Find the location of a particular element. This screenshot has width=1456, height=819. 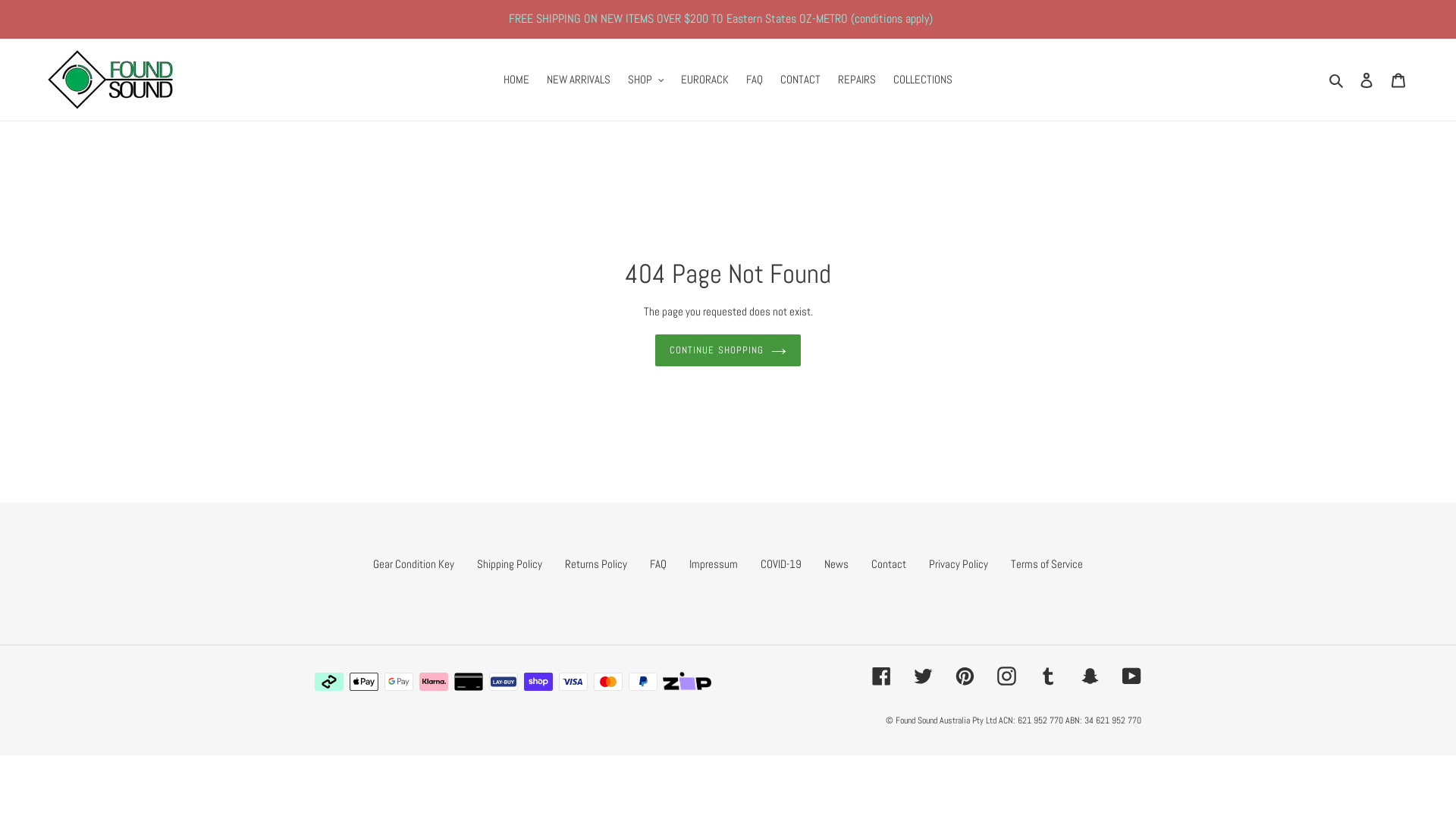

'COLLECTIONS' is located at coordinates (922, 80).